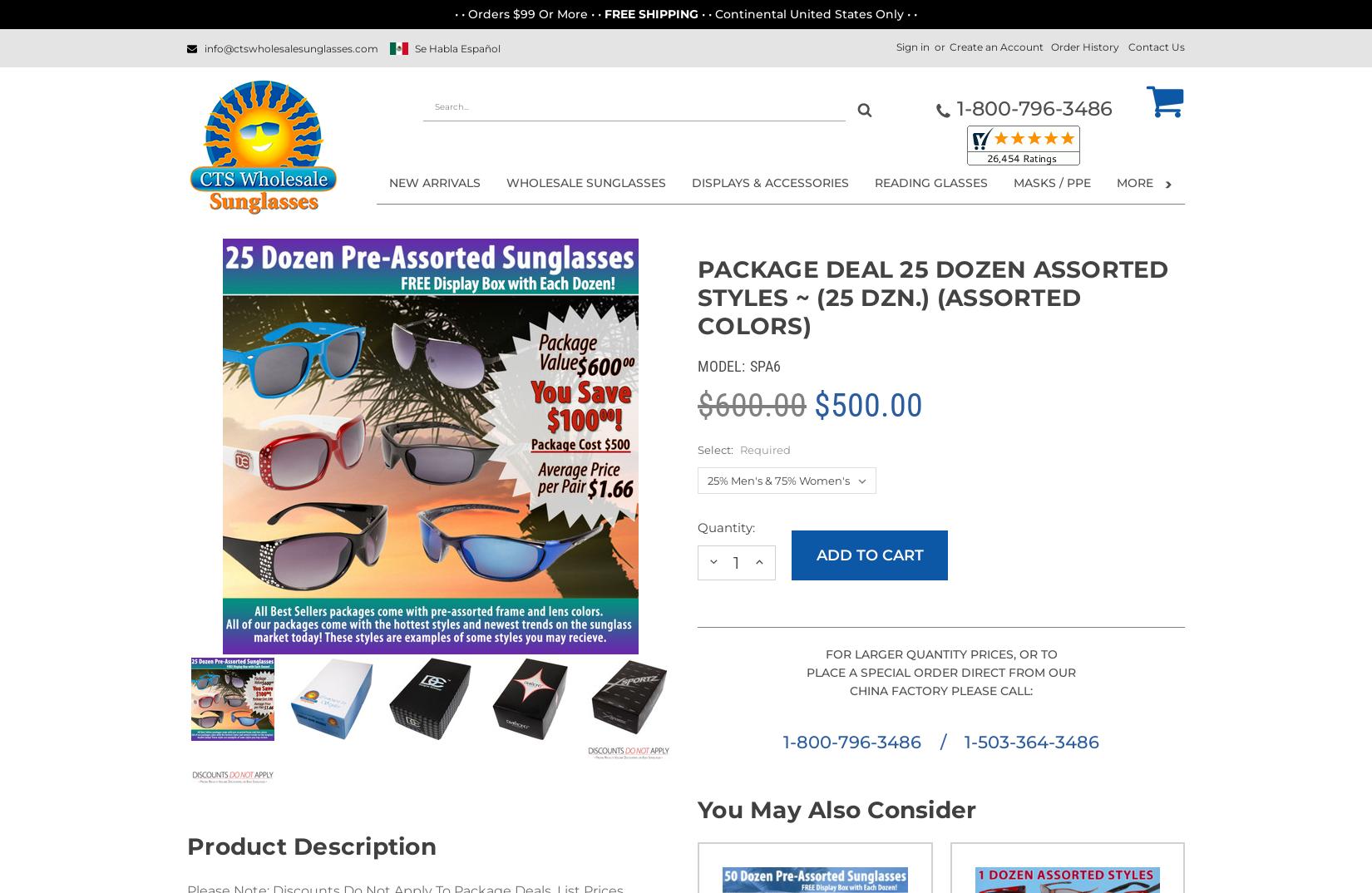 This screenshot has height=893, width=1372. I want to click on 'Sign in', so click(913, 47).